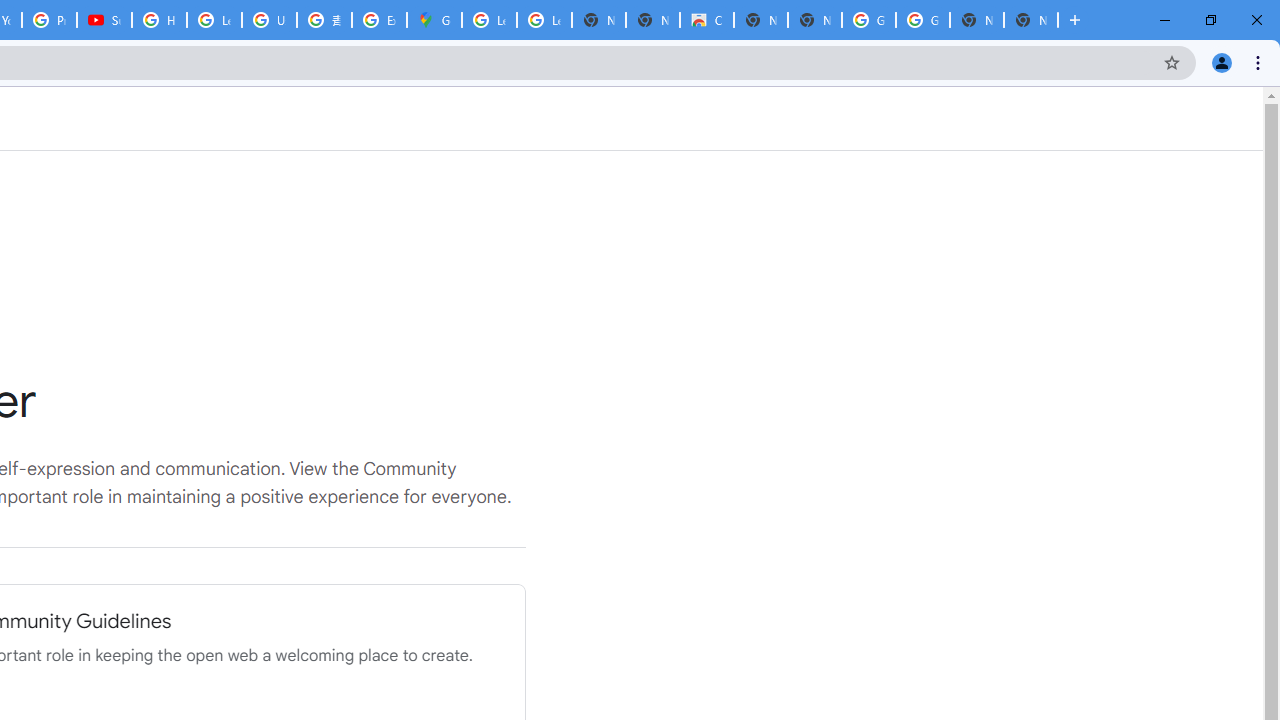 Image resolution: width=1280 pixels, height=720 pixels. What do you see at coordinates (433, 20) in the screenshot?
I see `'Google Maps'` at bounding box center [433, 20].